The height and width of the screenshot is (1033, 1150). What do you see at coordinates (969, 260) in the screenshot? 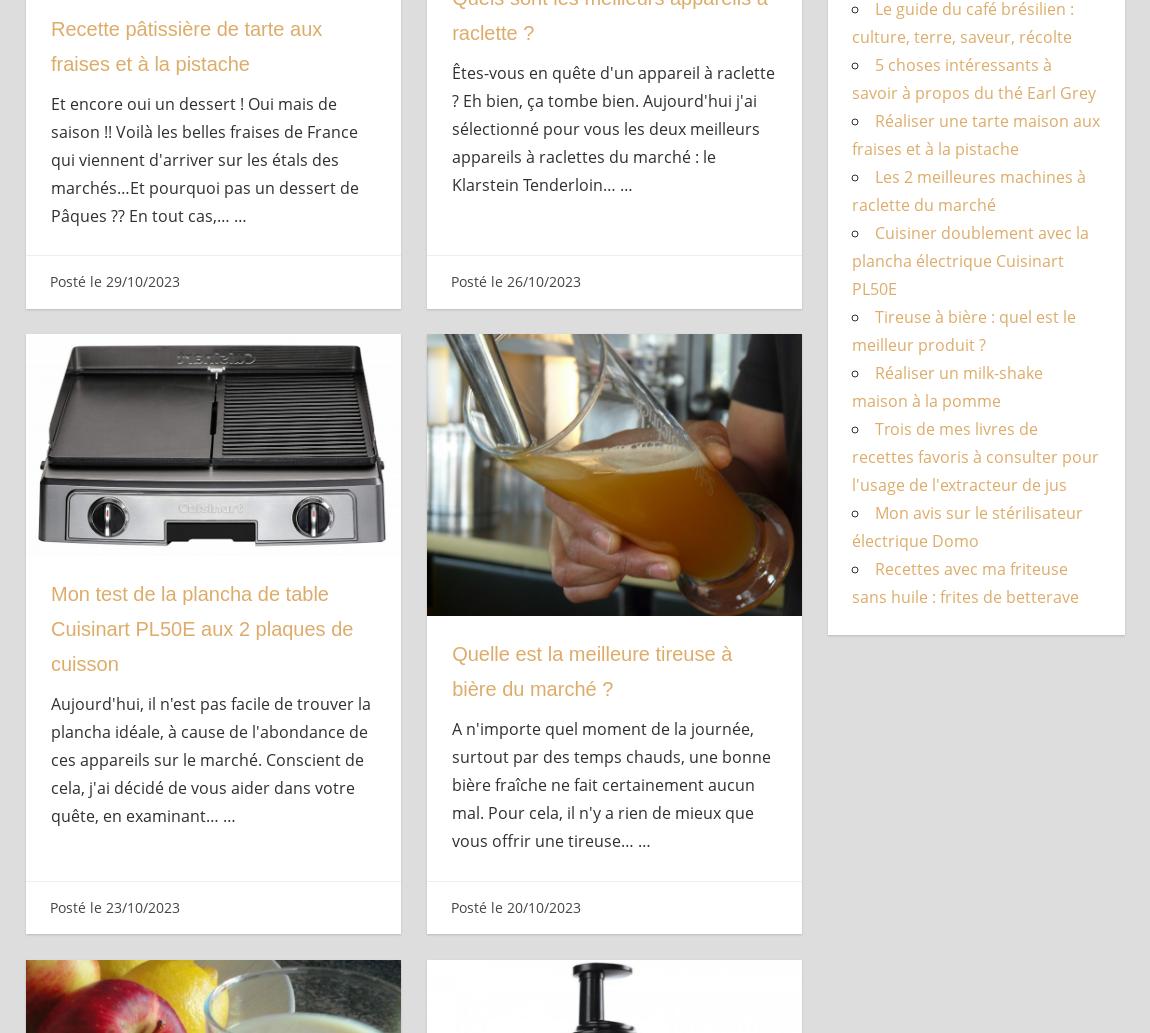
I see `'Cuisiner doublement avec la plancha électrique Cuisinart PL50E'` at bounding box center [969, 260].